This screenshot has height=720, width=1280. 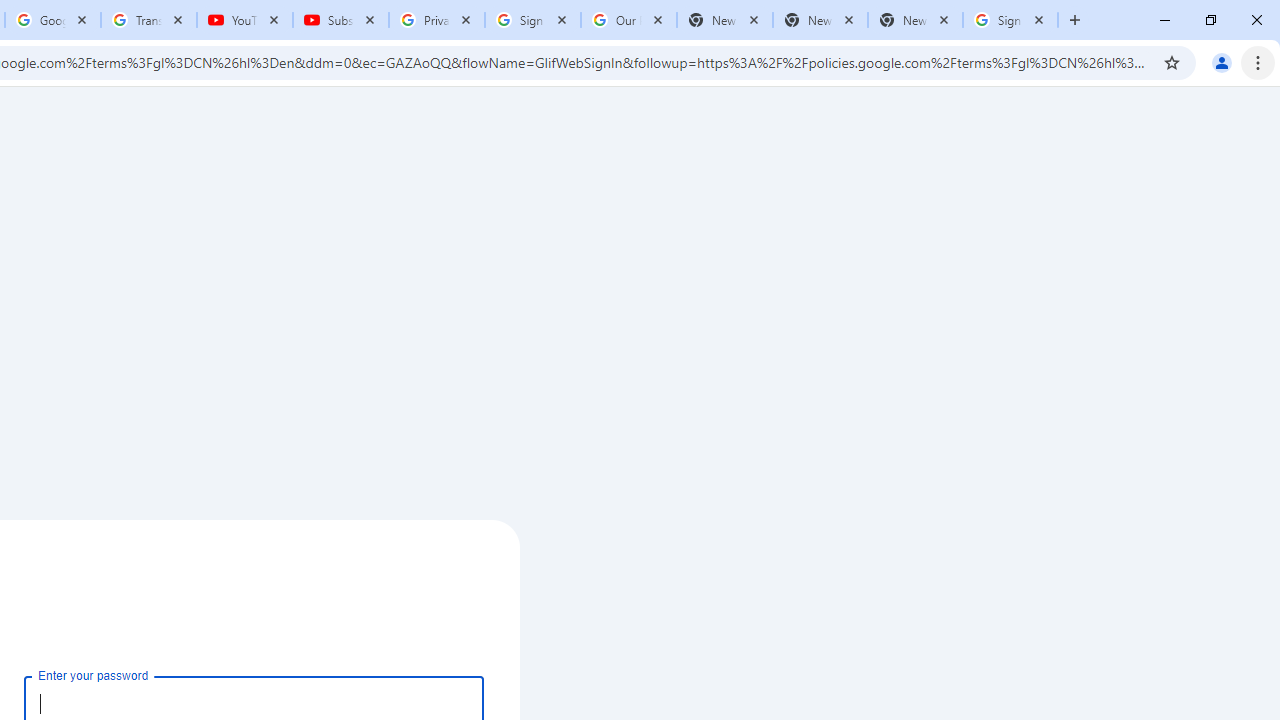 What do you see at coordinates (1010, 20) in the screenshot?
I see `'Sign in - Google Accounts'` at bounding box center [1010, 20].